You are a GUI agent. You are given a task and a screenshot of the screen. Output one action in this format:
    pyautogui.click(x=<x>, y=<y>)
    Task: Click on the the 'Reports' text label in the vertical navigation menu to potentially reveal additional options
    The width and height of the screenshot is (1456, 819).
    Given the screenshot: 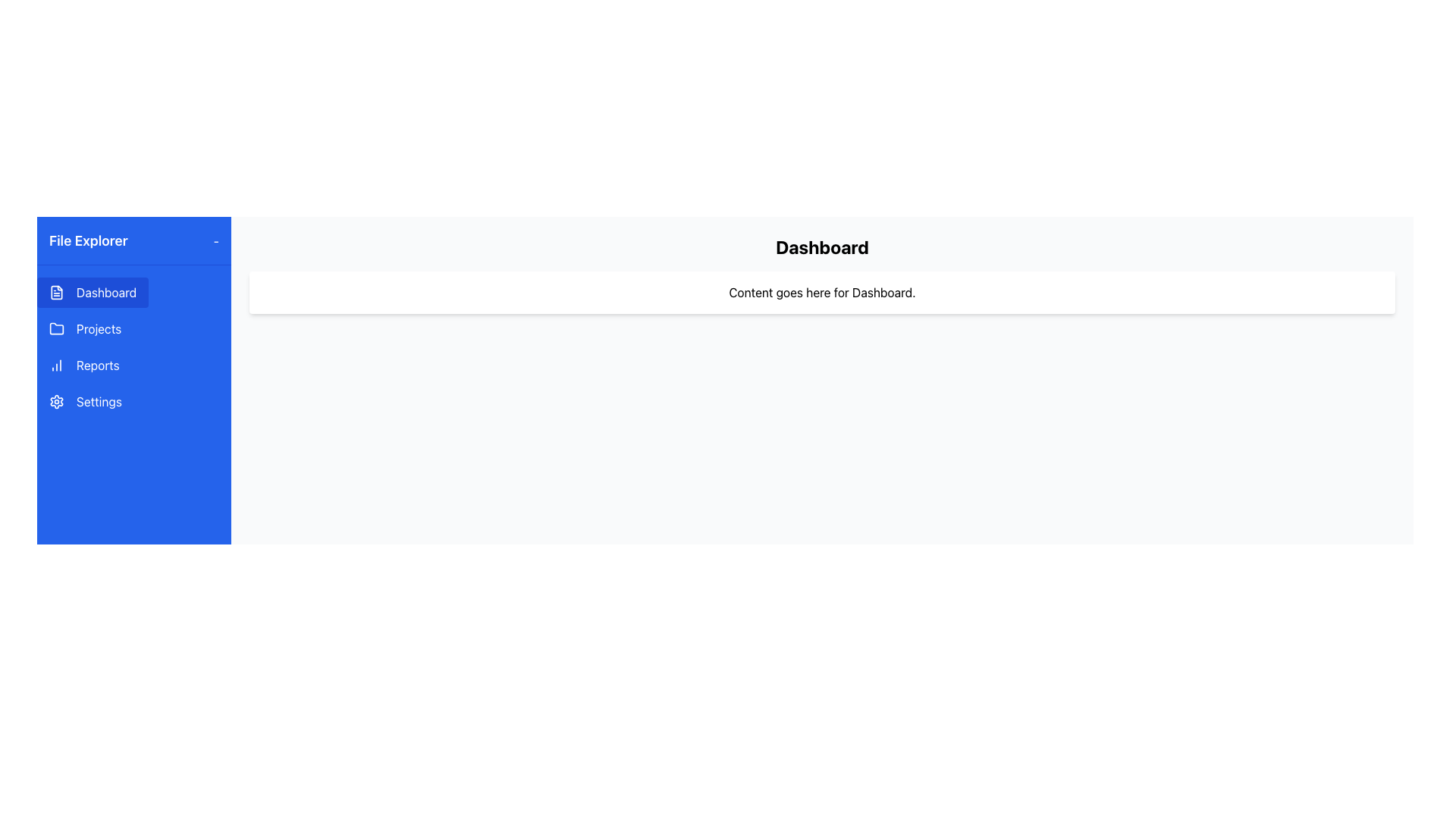 What is the action you would take?
    pyautogui.click(x=97, y=366)
    